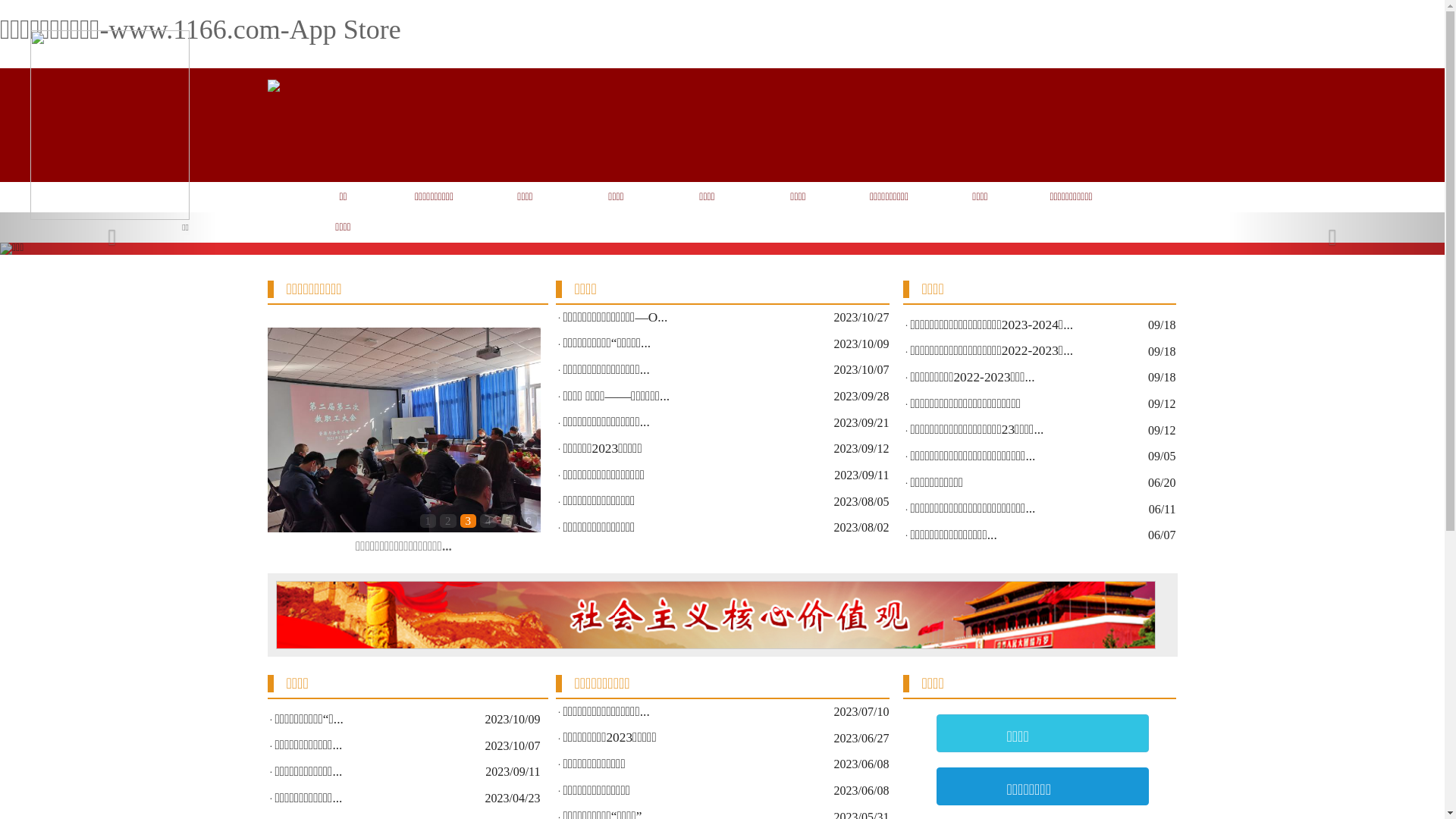  What do you see at coordinates (488, 519) in the screenshot?
I see `'4'` at bounding box center [488, 519].